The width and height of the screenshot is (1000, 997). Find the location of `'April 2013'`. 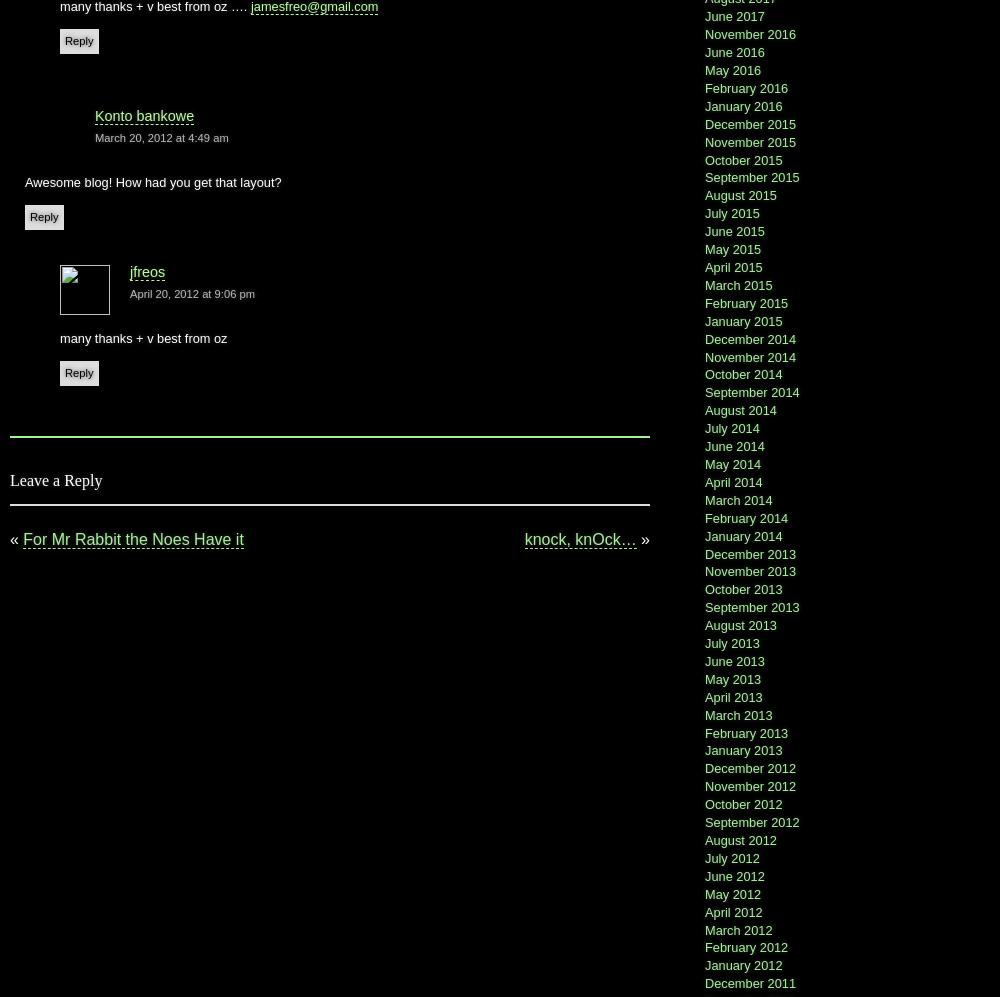

'April 2013' is located at coordinates (732, 695).